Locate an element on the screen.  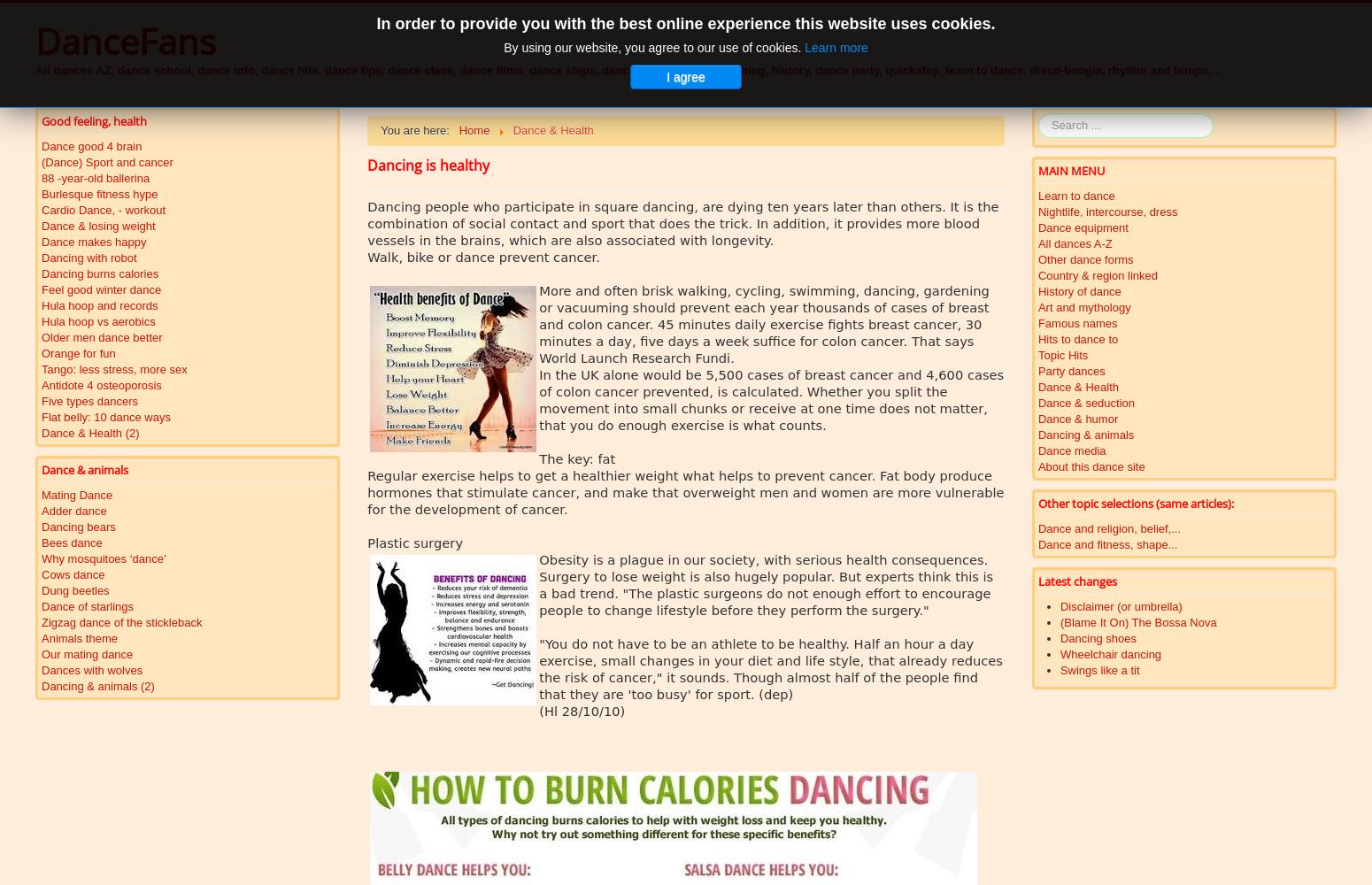
'(Dance) Sport and cancer' is located at coordinates (40, 162).